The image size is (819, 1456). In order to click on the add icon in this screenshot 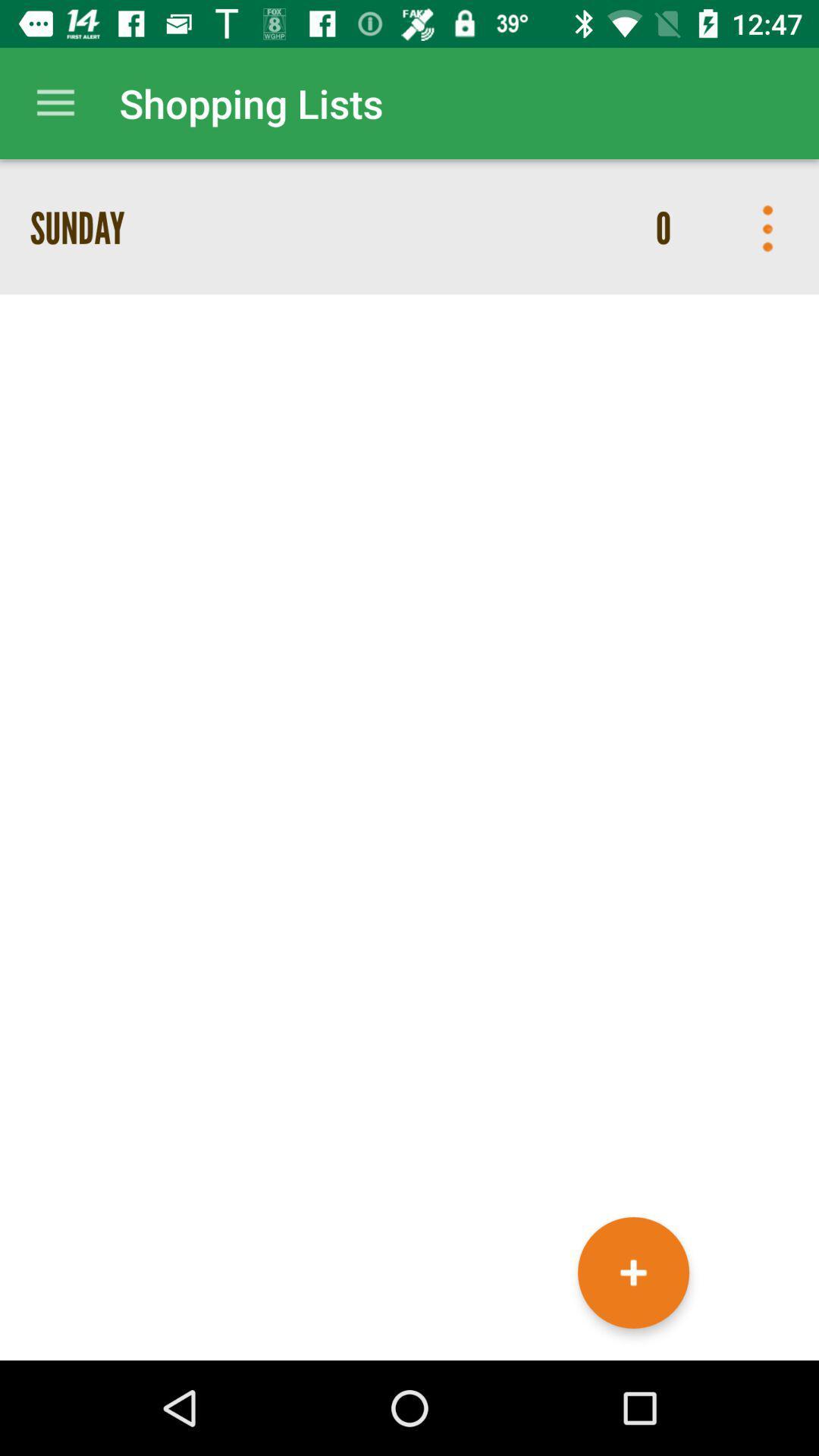, I will do `click(633, 1272)`.